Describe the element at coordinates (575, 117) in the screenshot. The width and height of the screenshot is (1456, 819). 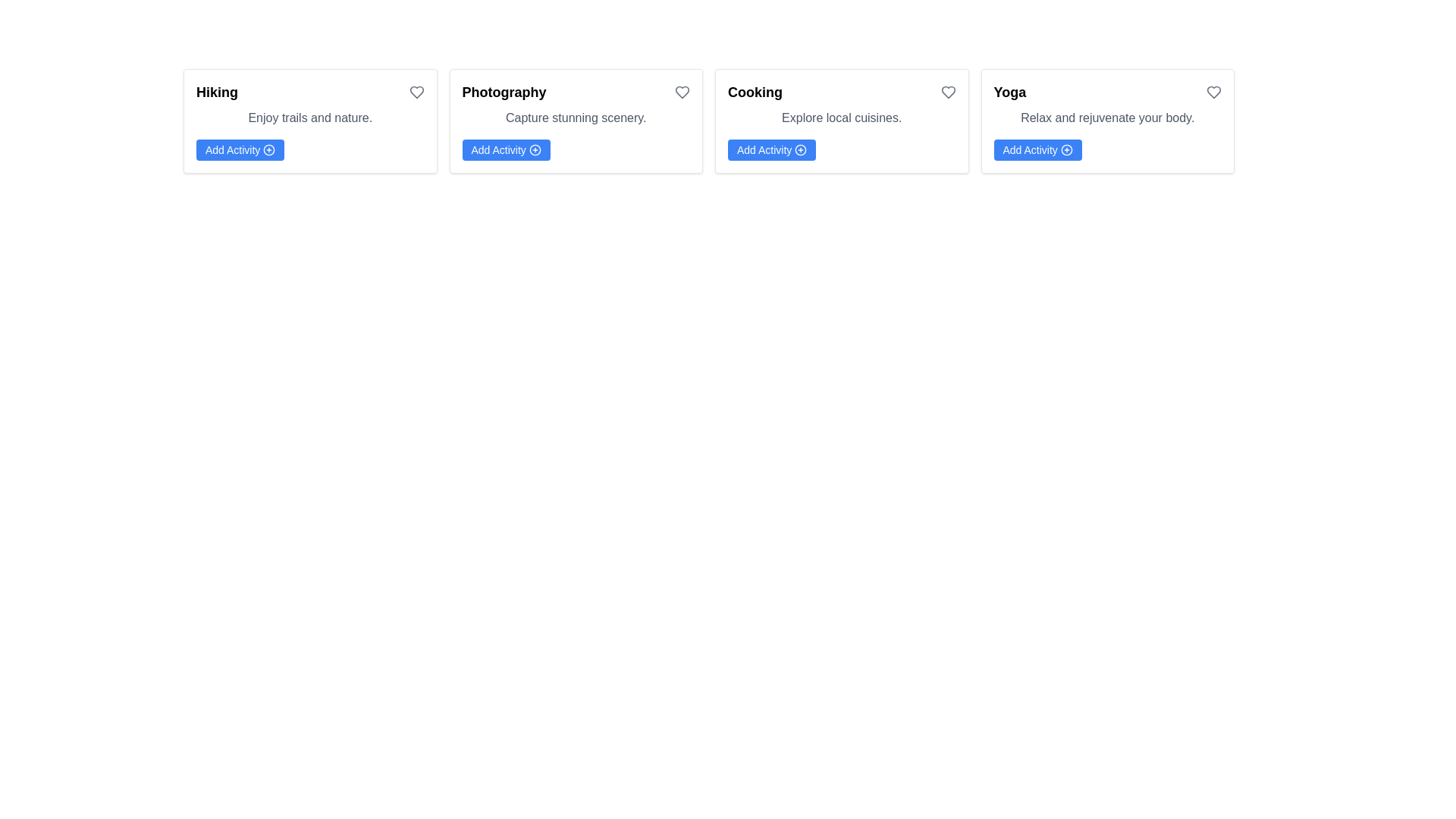
I see `the text element displaying 'Capture stunning scenery.' which is styled in gray and positioned beneath the main heading in the 'Photography' card` at that location.